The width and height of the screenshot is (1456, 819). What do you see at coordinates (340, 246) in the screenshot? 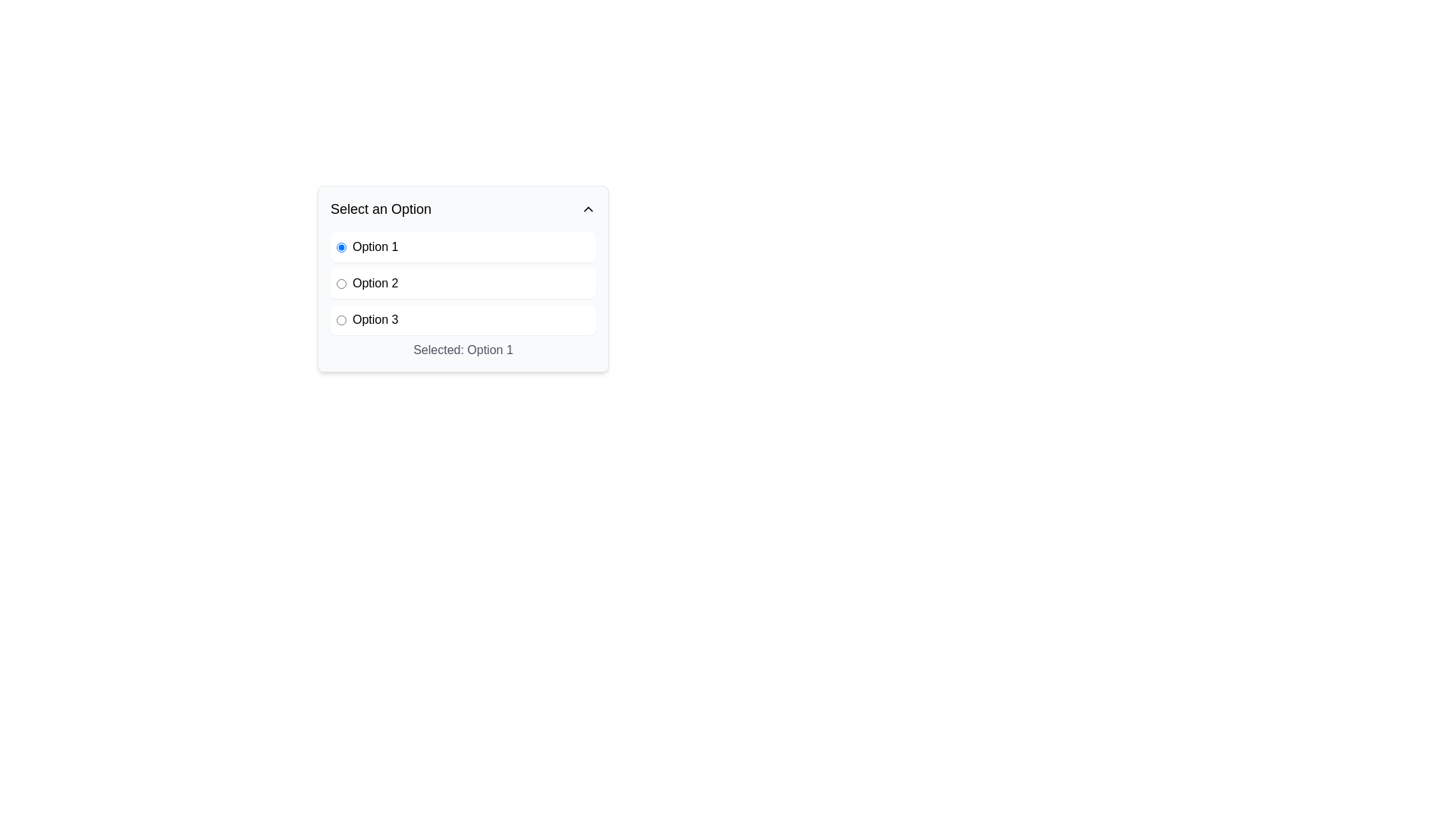
I see `the radio button for 'Option 1', which is a small circular radio button styled with a light fill and dark border, located to the left of the text 'Option 1'` at bounding box center [340, 246].